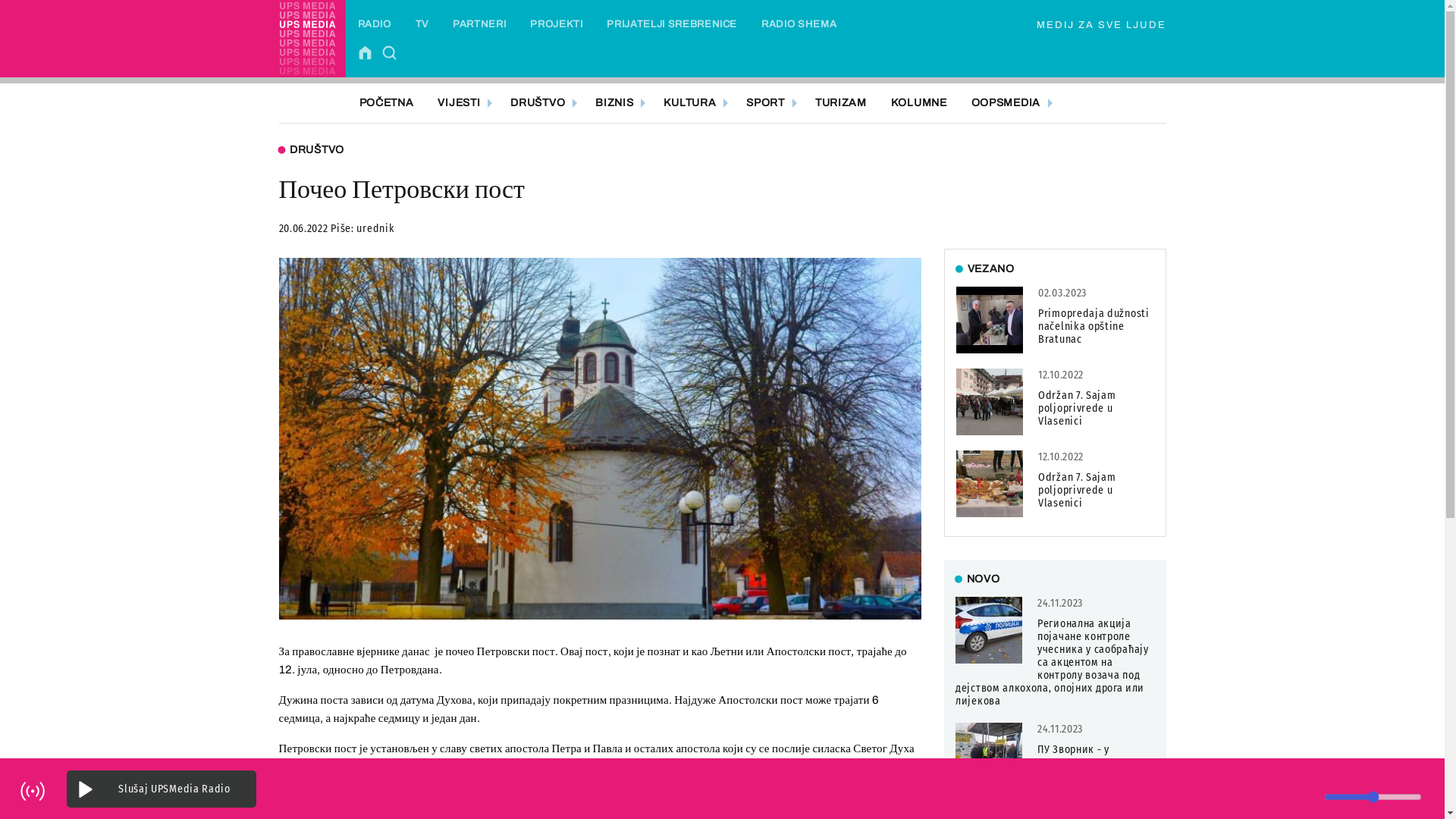 The image size is (1456, 819). I want to click on 'KULTURA', so click(692, 102).